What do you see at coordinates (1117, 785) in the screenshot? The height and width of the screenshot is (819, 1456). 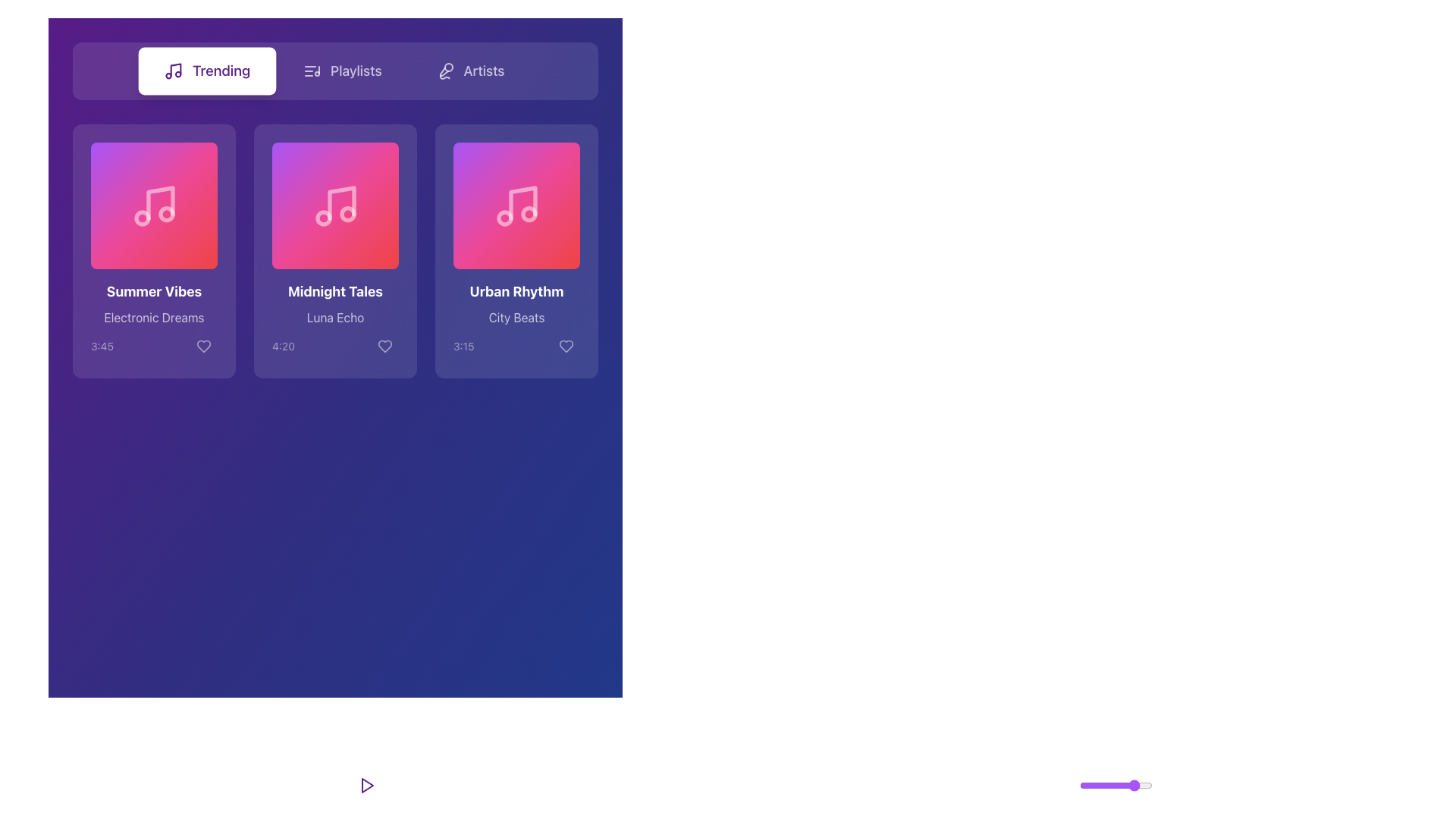 I see `the value of the slider` at bounding box center [1117, 785].